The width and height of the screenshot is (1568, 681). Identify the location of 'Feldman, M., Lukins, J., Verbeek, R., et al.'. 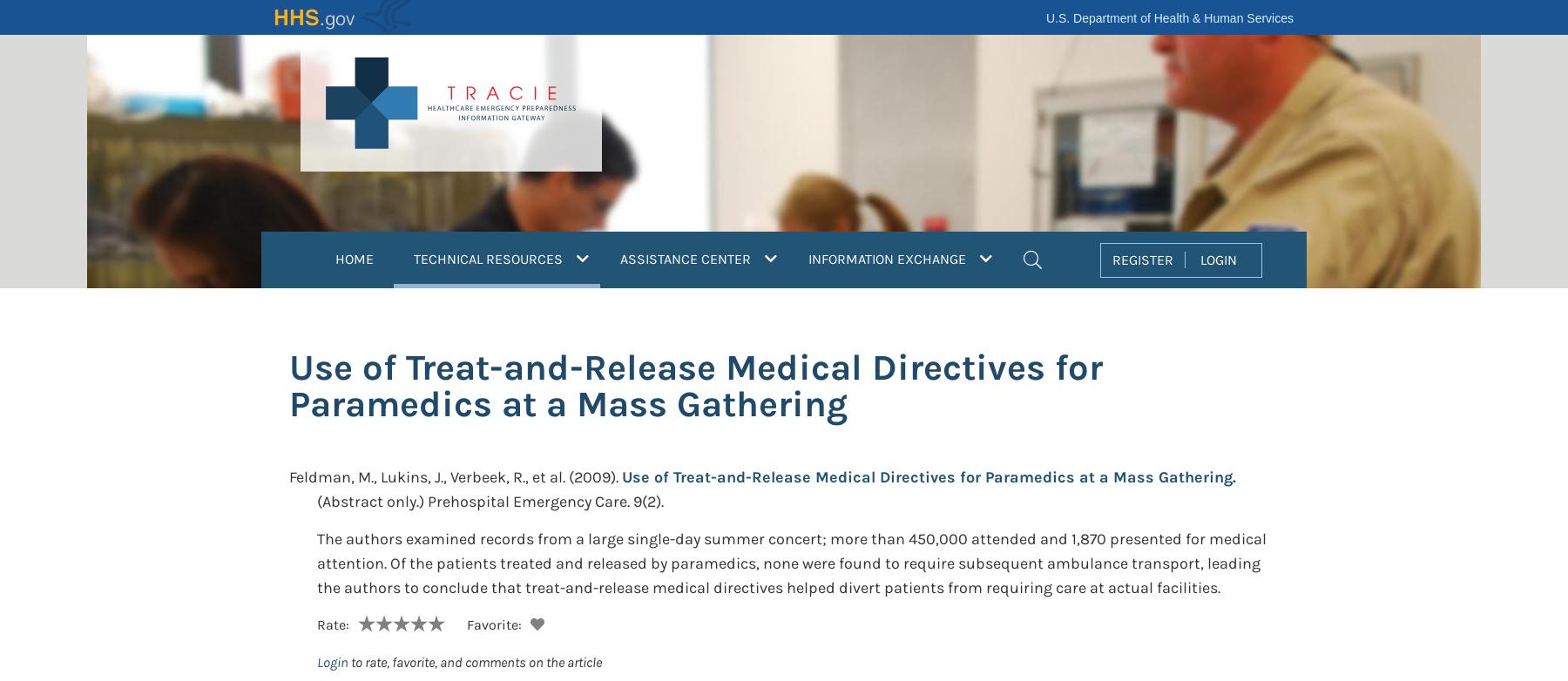
(287, 477).